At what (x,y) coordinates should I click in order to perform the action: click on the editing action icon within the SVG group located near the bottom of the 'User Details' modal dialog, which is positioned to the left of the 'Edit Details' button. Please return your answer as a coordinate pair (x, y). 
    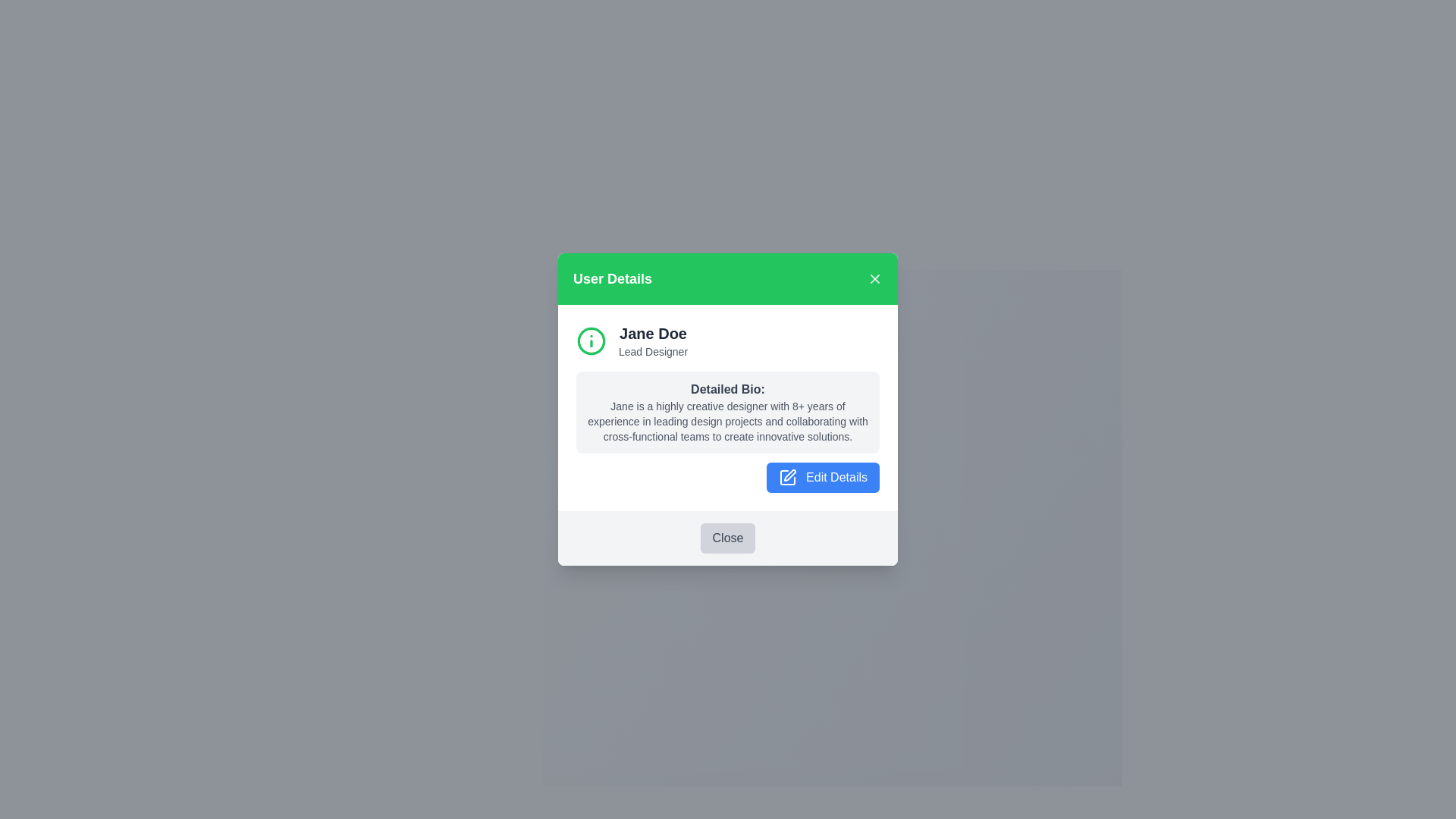
    Looking at the image, I should click on (789, 475).